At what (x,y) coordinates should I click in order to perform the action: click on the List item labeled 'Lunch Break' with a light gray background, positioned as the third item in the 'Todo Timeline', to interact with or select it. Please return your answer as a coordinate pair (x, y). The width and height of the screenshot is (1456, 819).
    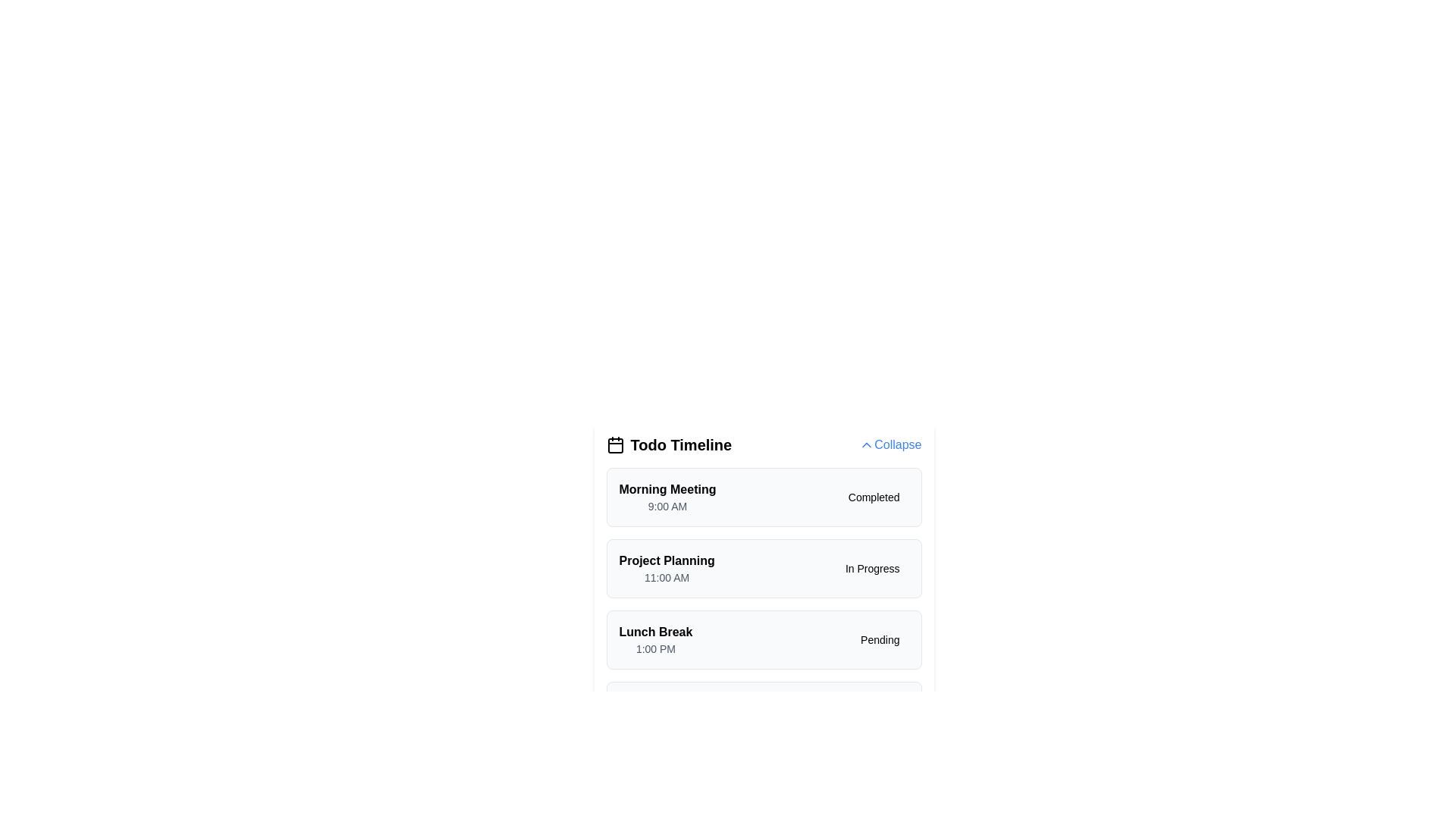
    Looking at the image, I should click on (764, 640).